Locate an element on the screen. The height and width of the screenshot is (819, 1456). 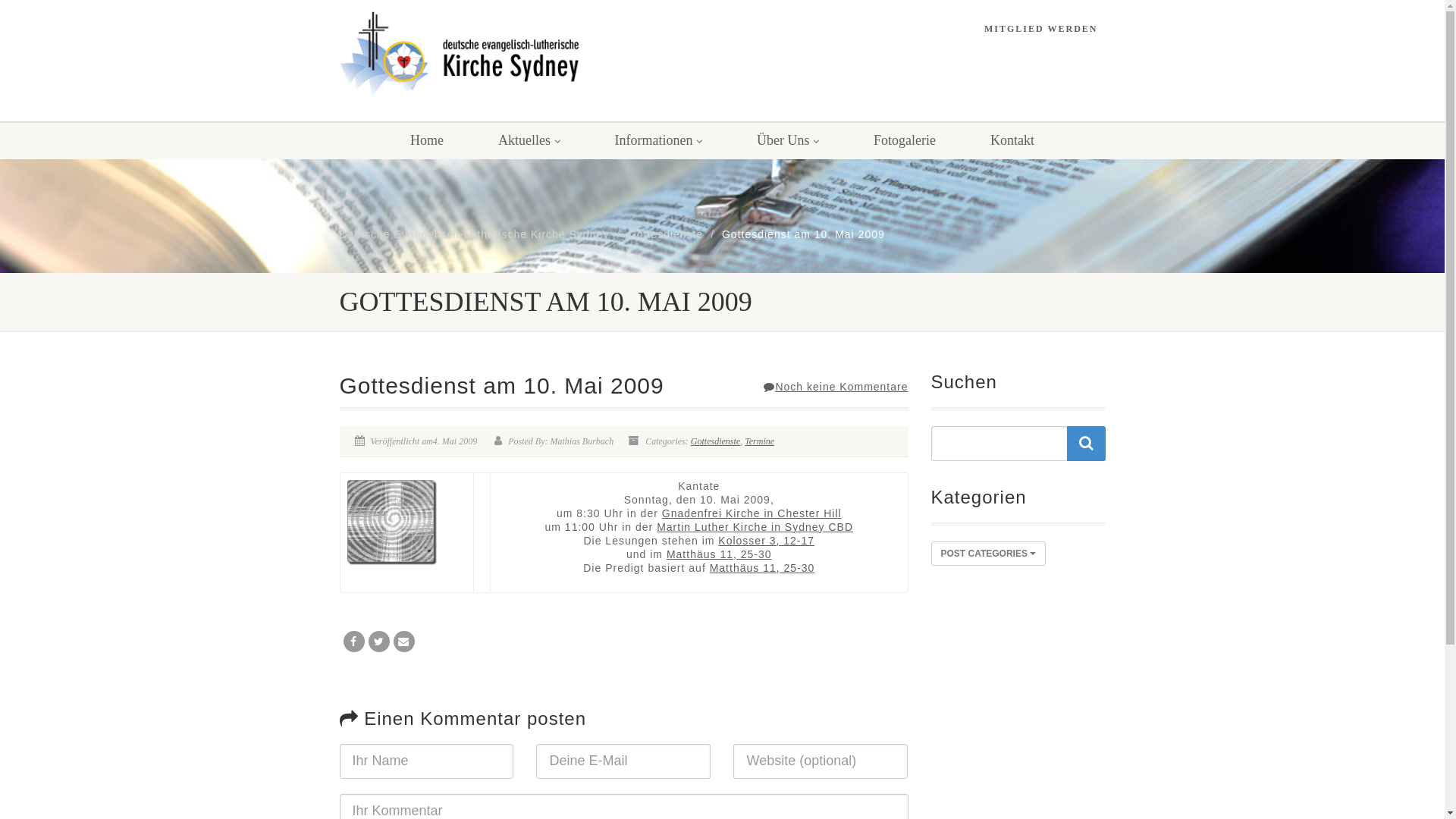
'Kolosser 3, 12-17' is located at coordinates (766, 540).